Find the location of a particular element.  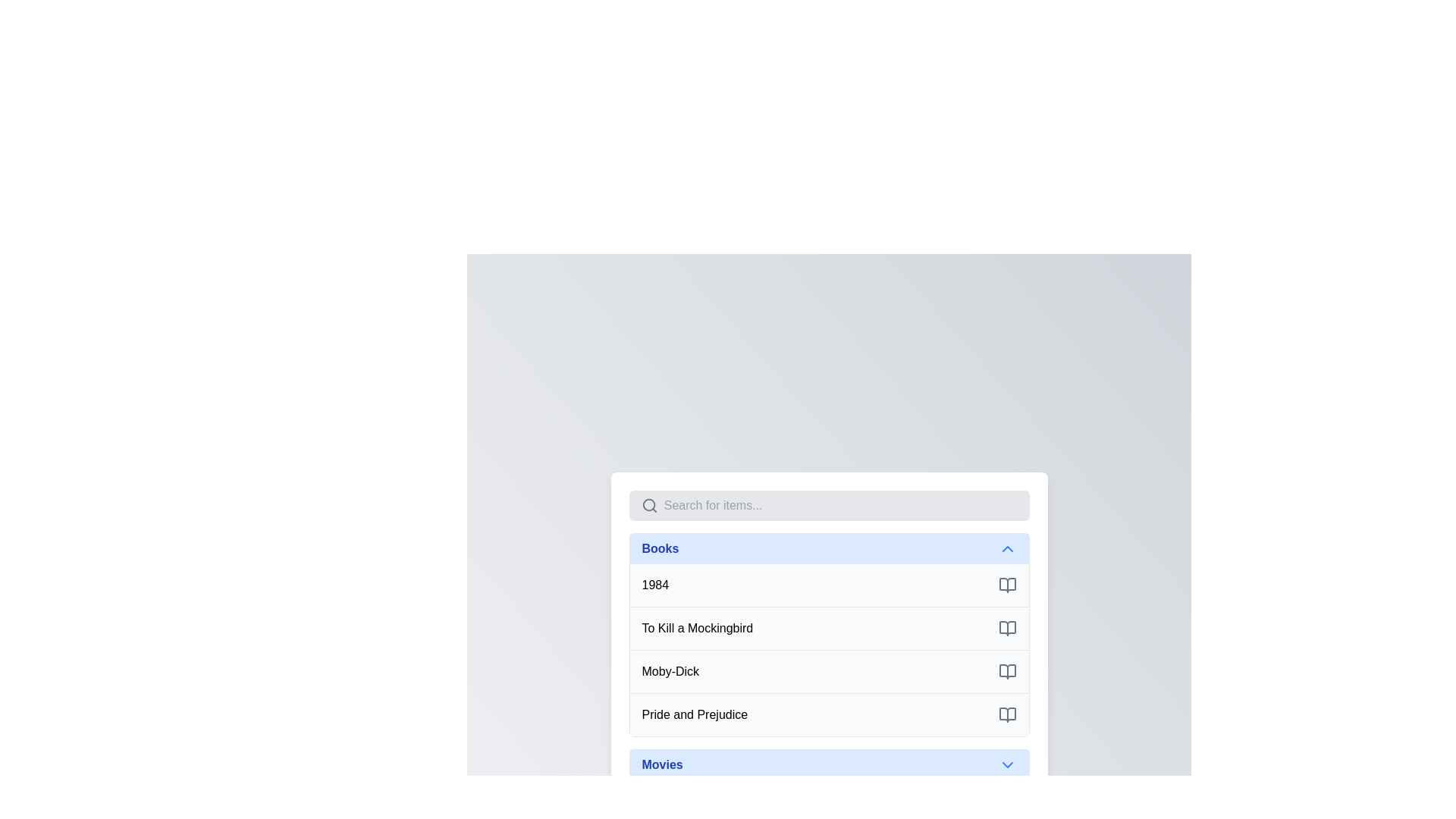

the button represented by an open book icon, located at the far right of the row labeled 'To Kill a Mockingbird' is located at coordinates (1007, 628).